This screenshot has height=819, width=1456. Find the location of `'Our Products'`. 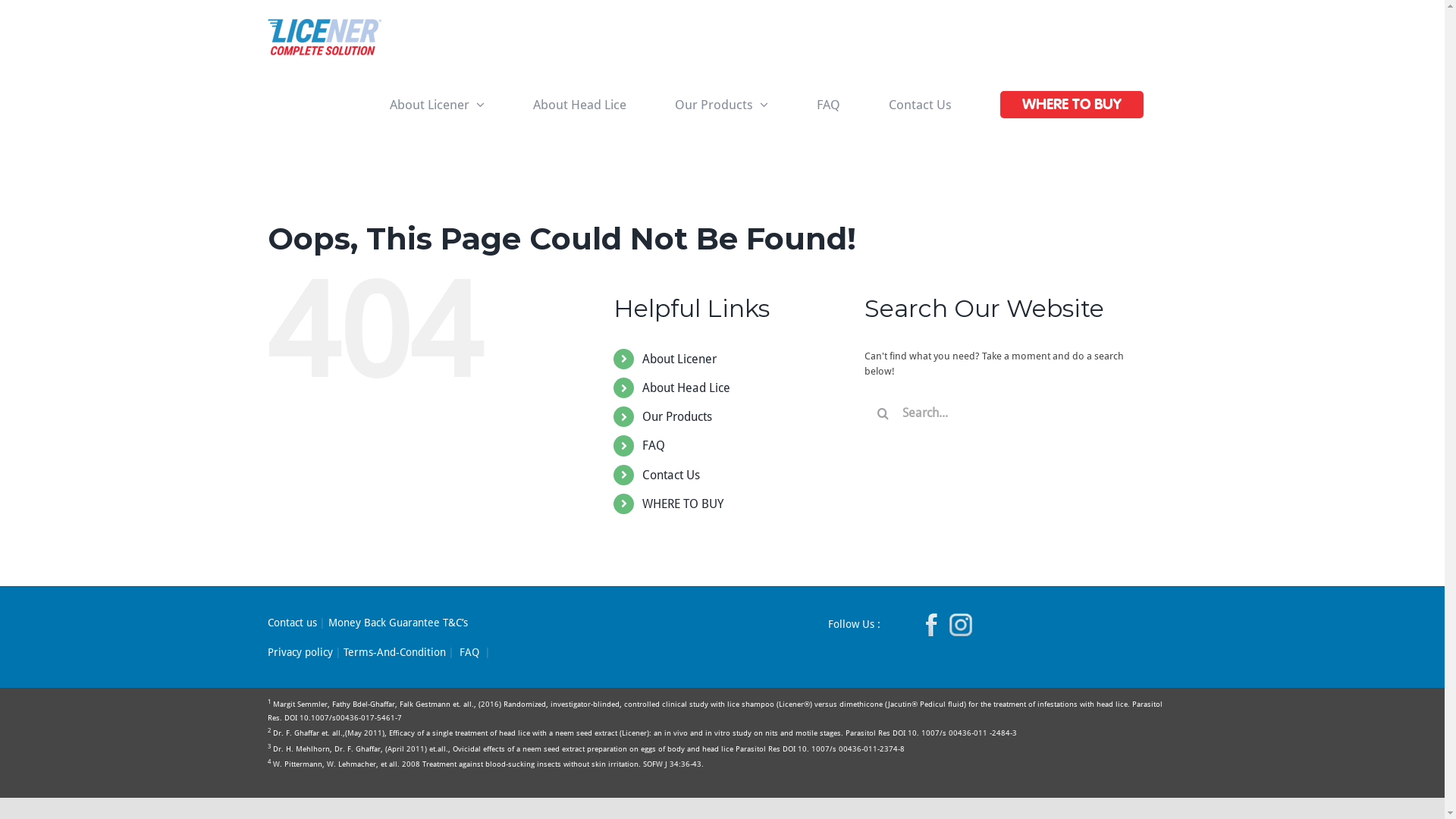

'Our Products' is located at coordinates (676, 416).